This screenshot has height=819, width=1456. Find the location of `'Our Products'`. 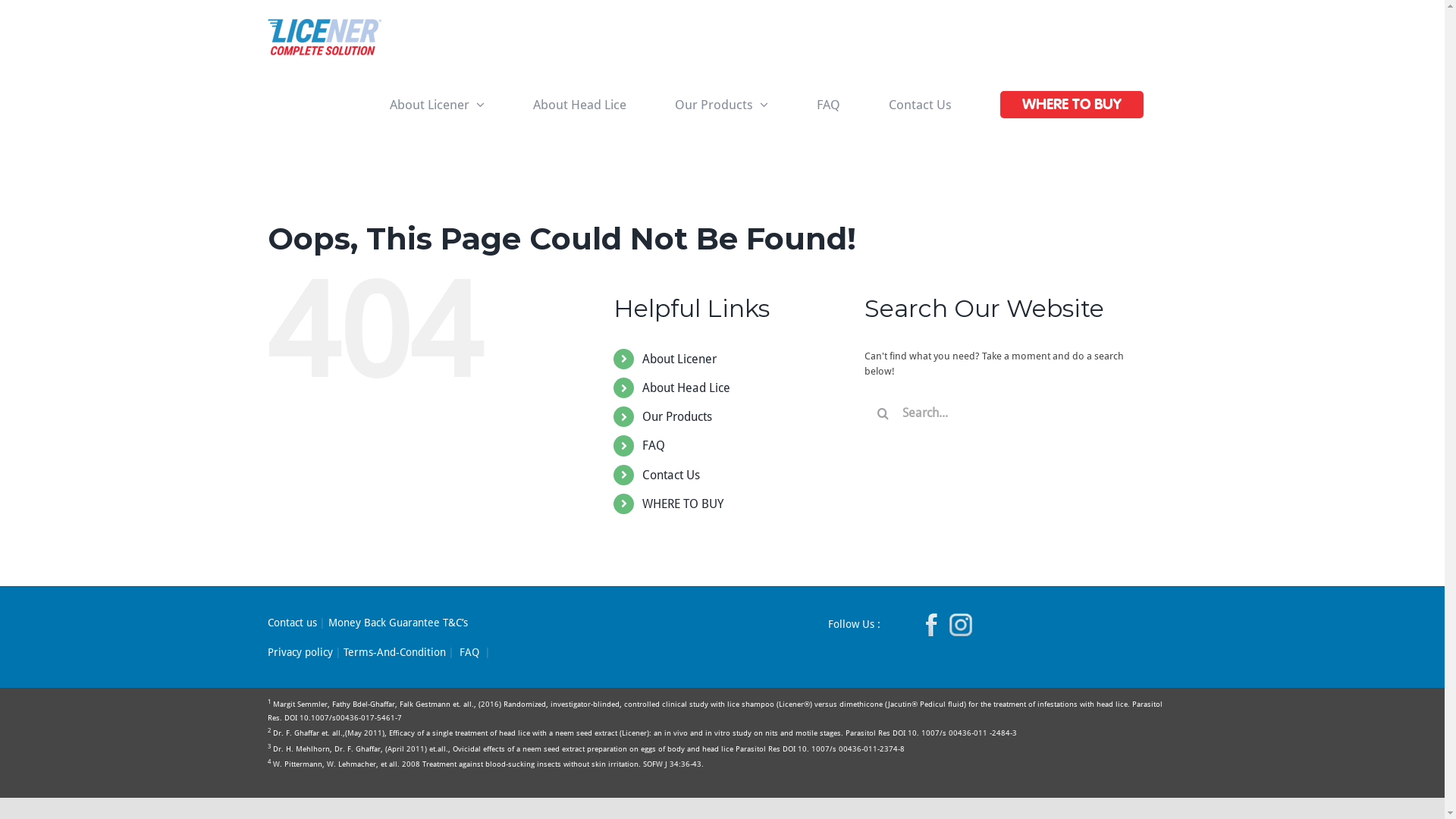

'Our Products' is located at coordinates (676, 416).